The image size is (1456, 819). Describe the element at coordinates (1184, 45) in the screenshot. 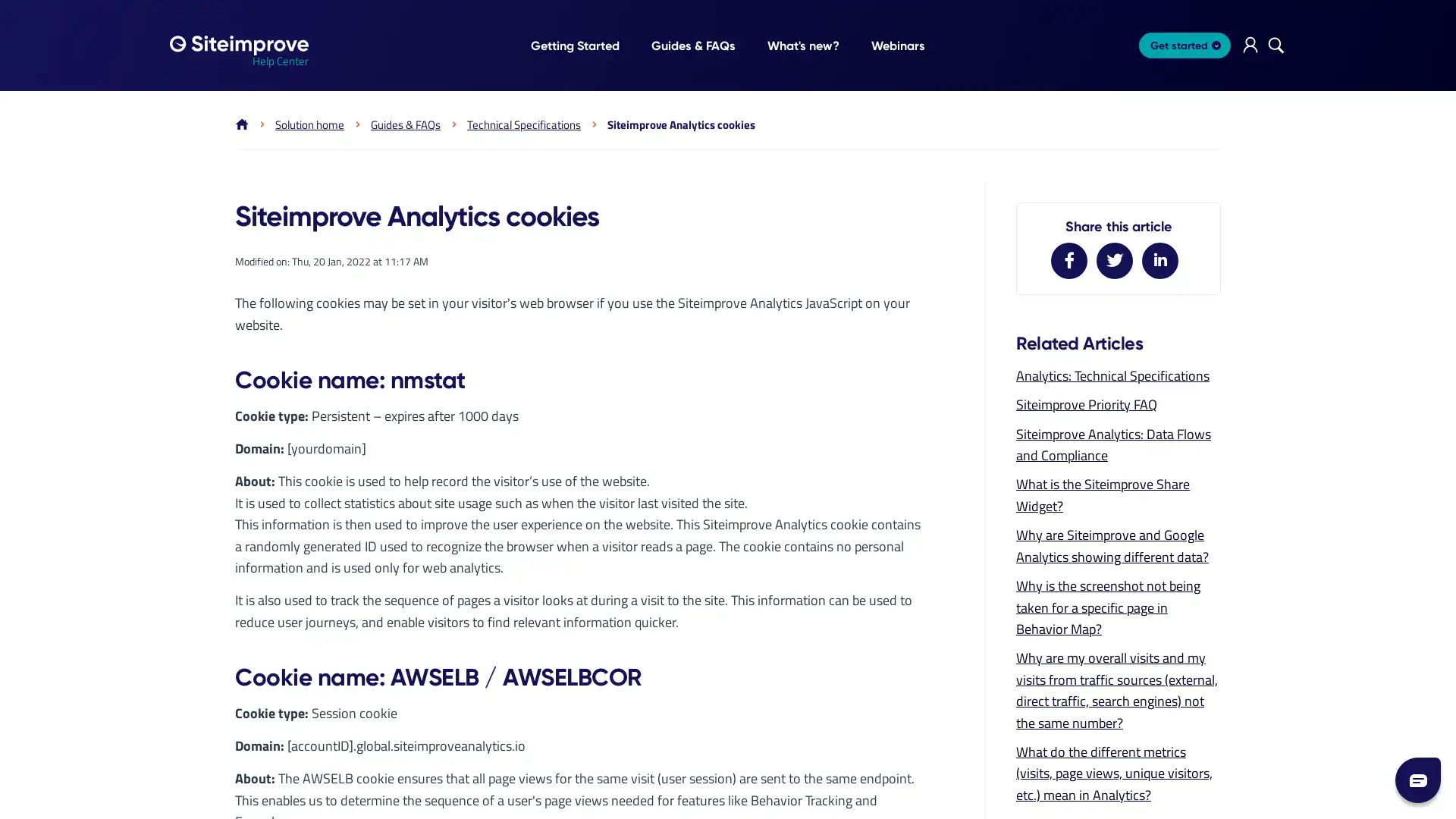

I see `Get started` at that location.